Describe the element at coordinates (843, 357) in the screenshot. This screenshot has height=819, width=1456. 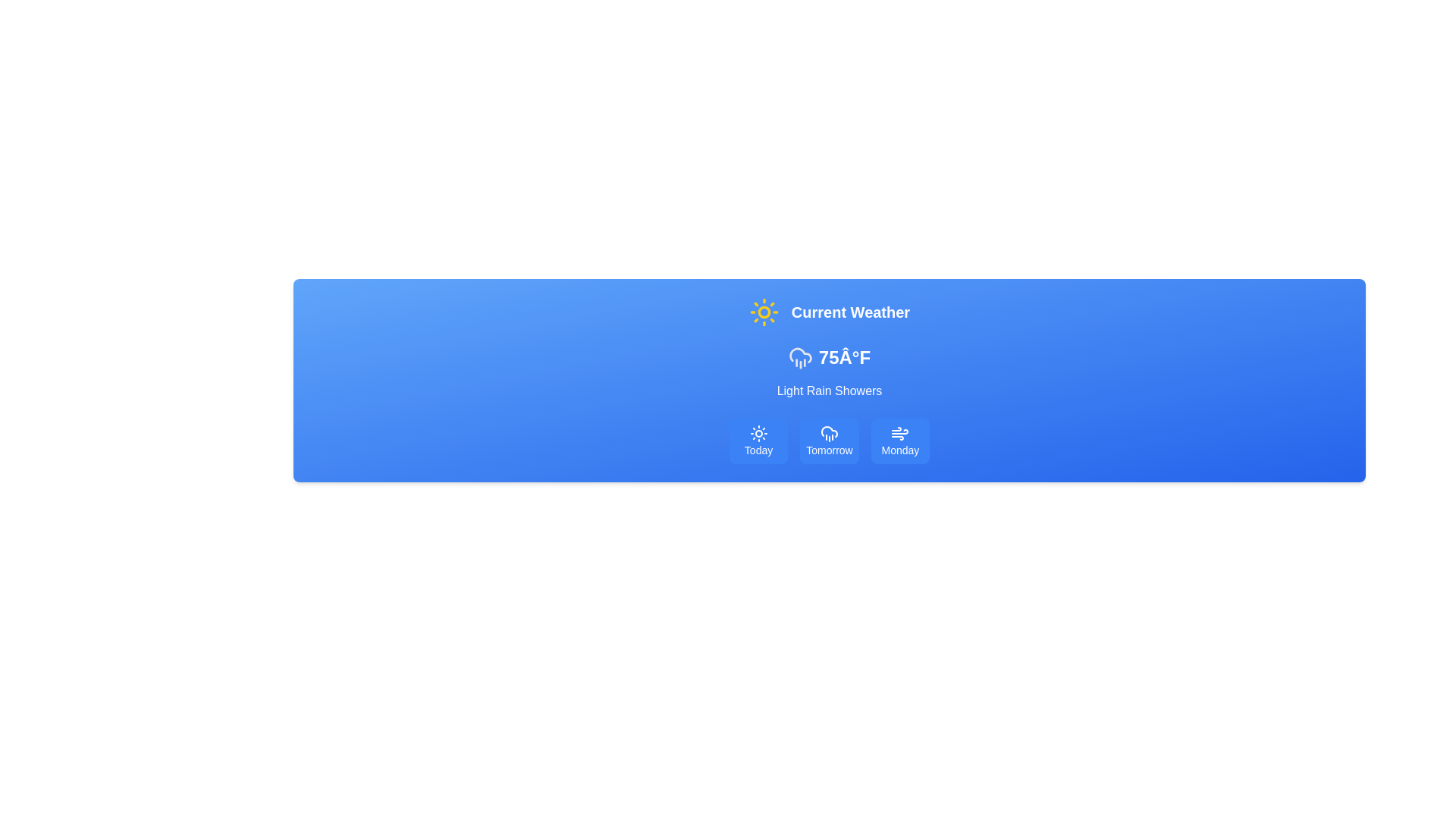
I see `the static text element displaying the current temperature in Fahrenheit, which is centrally located within the blue weather display card under the 'Current Weather' text` at that location.